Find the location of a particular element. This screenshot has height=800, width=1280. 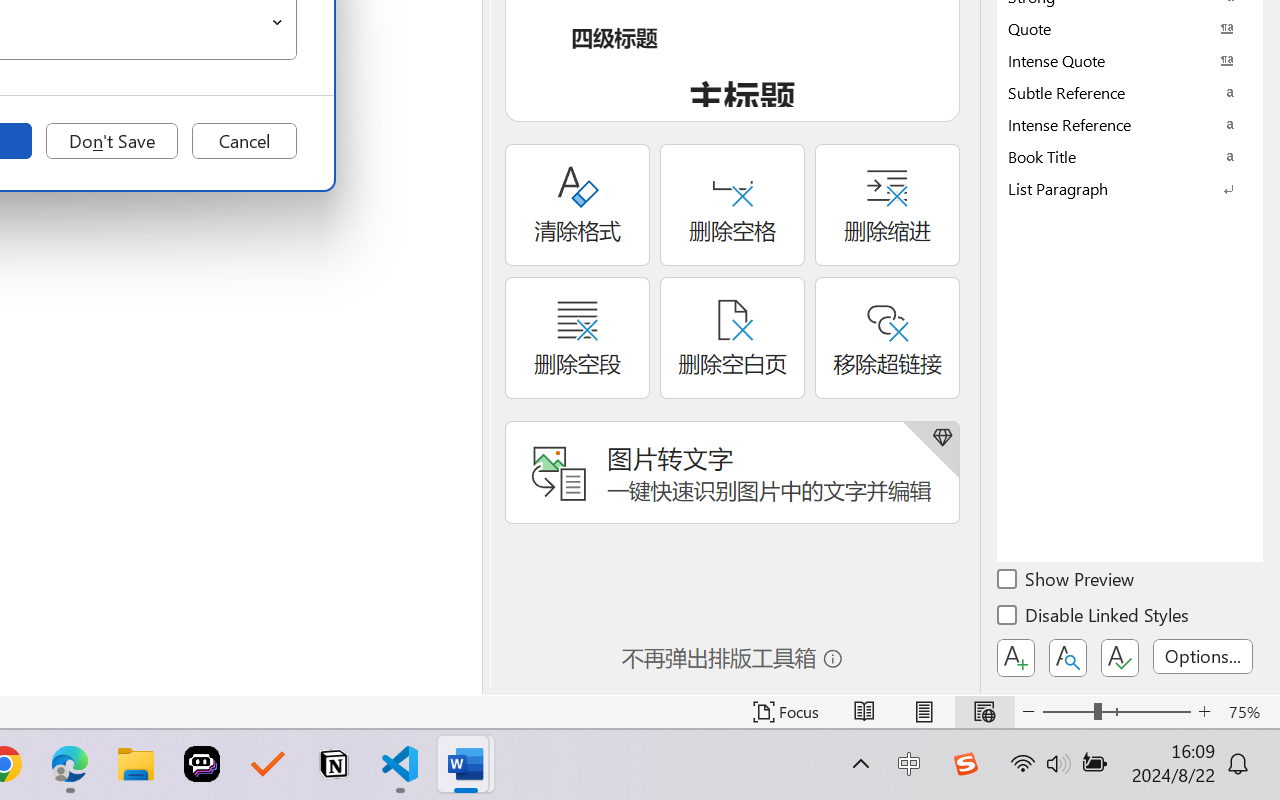

'Options...' is located at coordinates (1202, 655).